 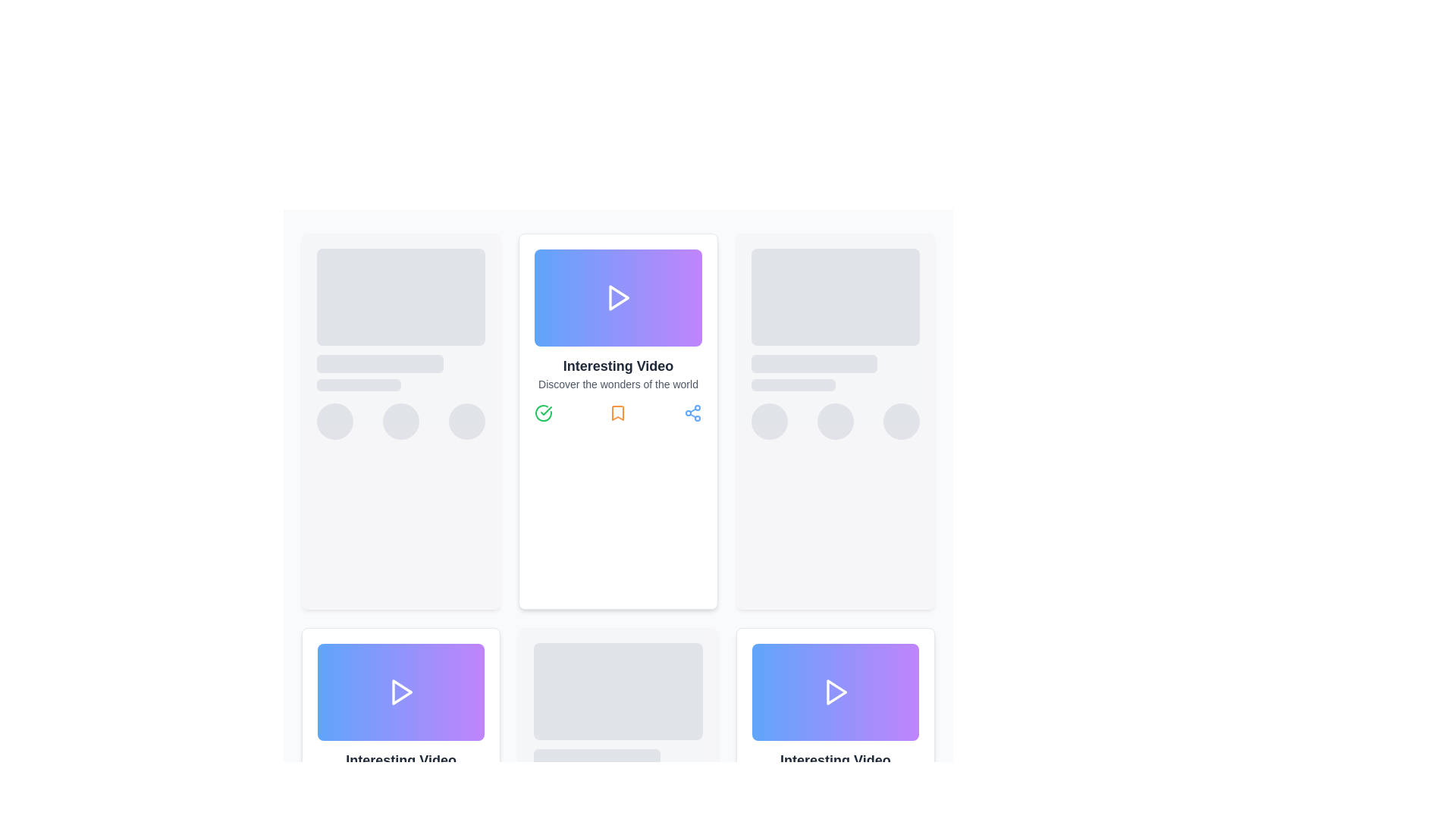 What do you see at coordinates (546, 411) in the screenshot?
I see `the decorative status indicator icon (SVG) located below the title text 'Interesting Video' within the content card layout, which signifies a verified or completed state` at bounding box center [546, 411].